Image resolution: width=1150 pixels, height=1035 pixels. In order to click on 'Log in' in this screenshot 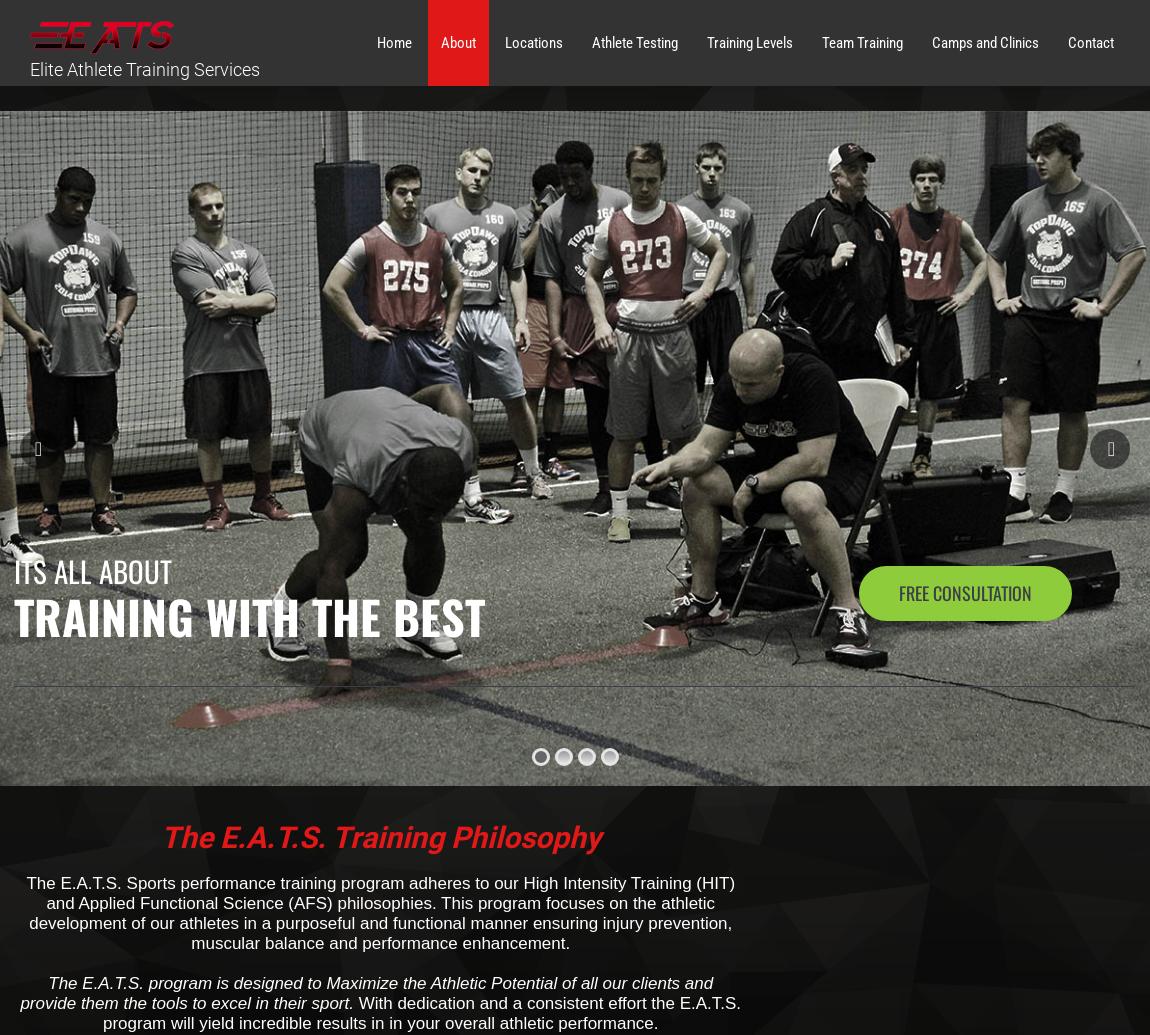, I will do `click(855, 582)`.